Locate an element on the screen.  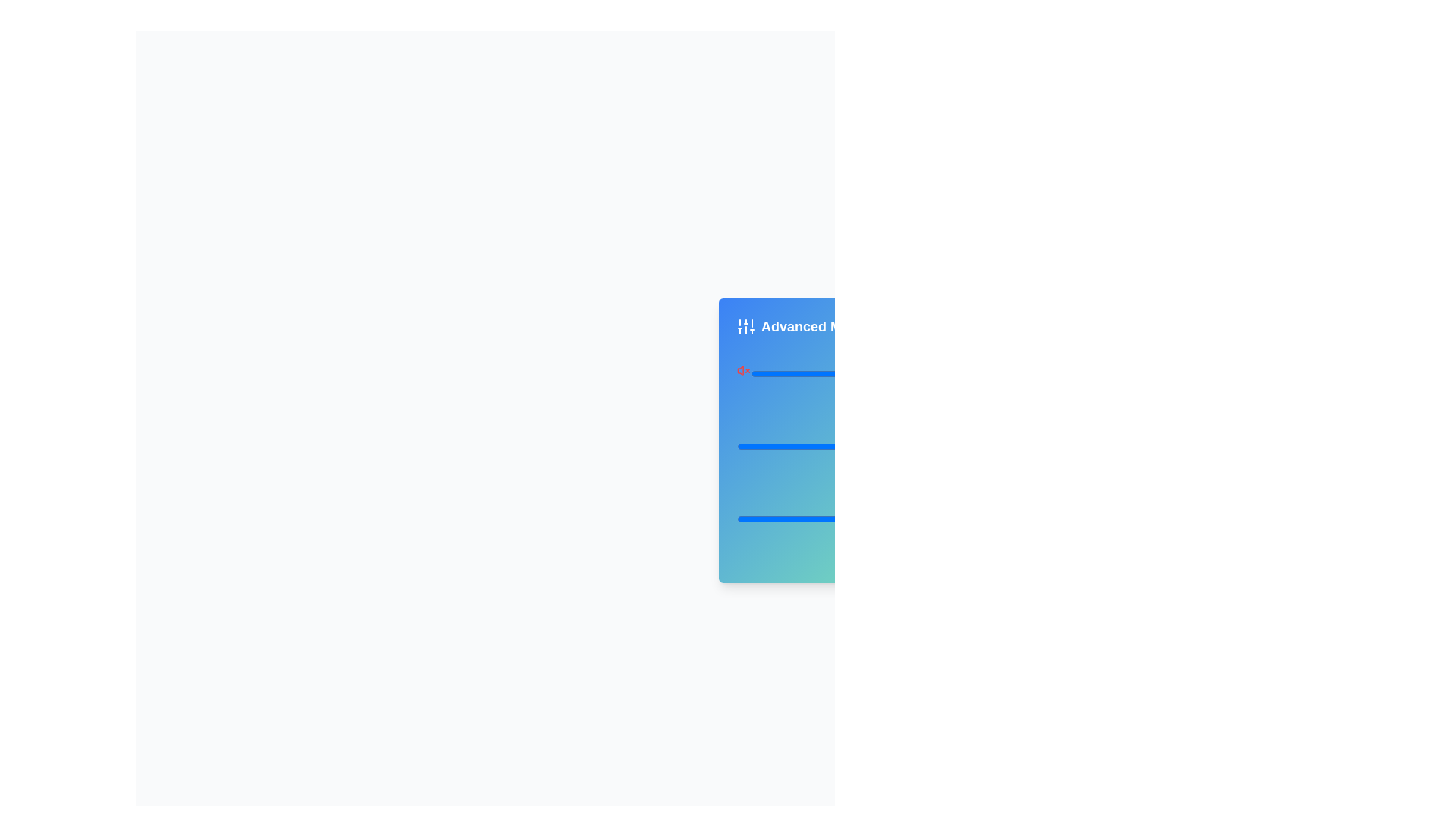
the slider value is located at coordinates (867, 446).